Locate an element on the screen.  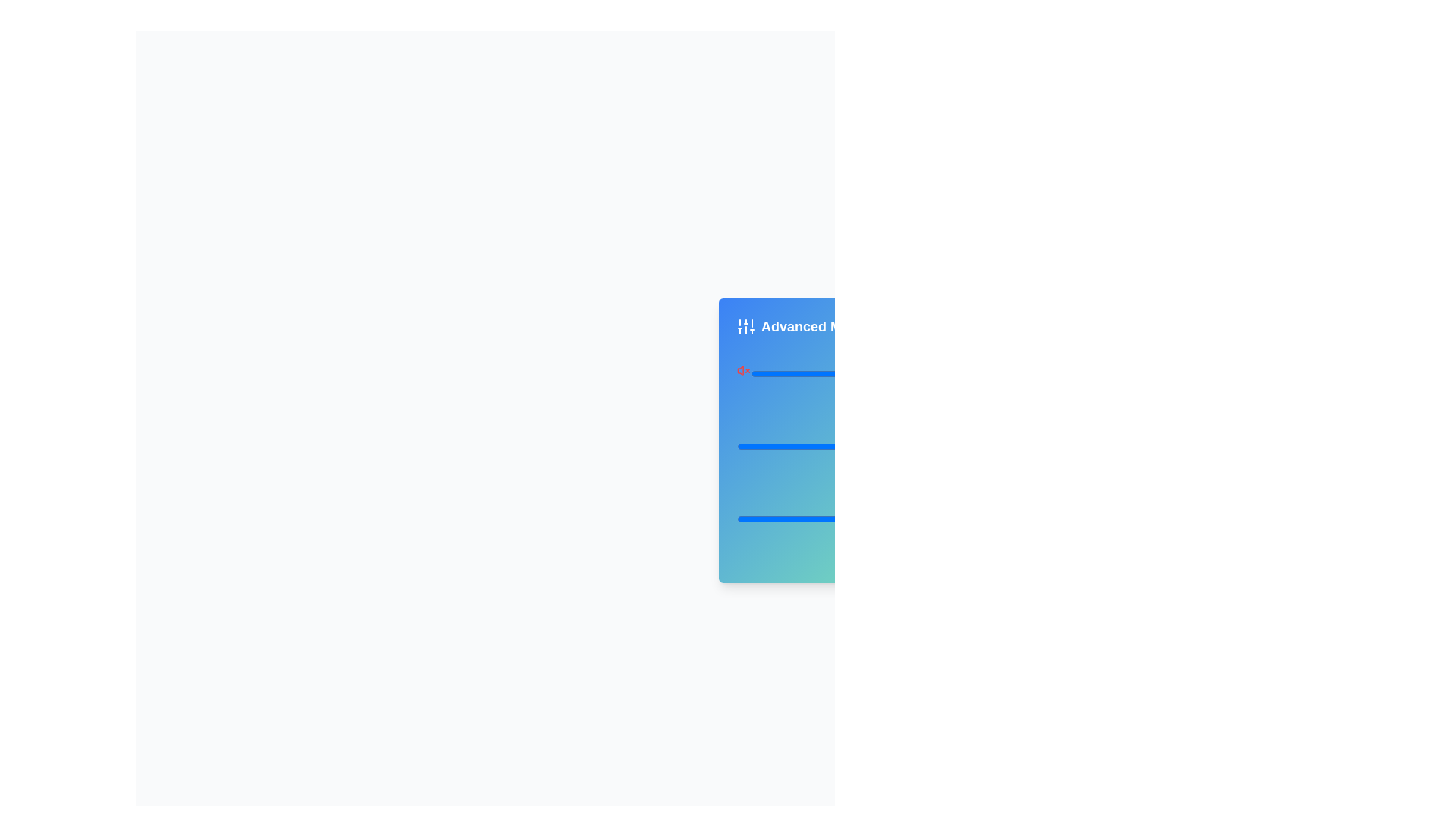
the slider value is located at coordinates (867, 446).